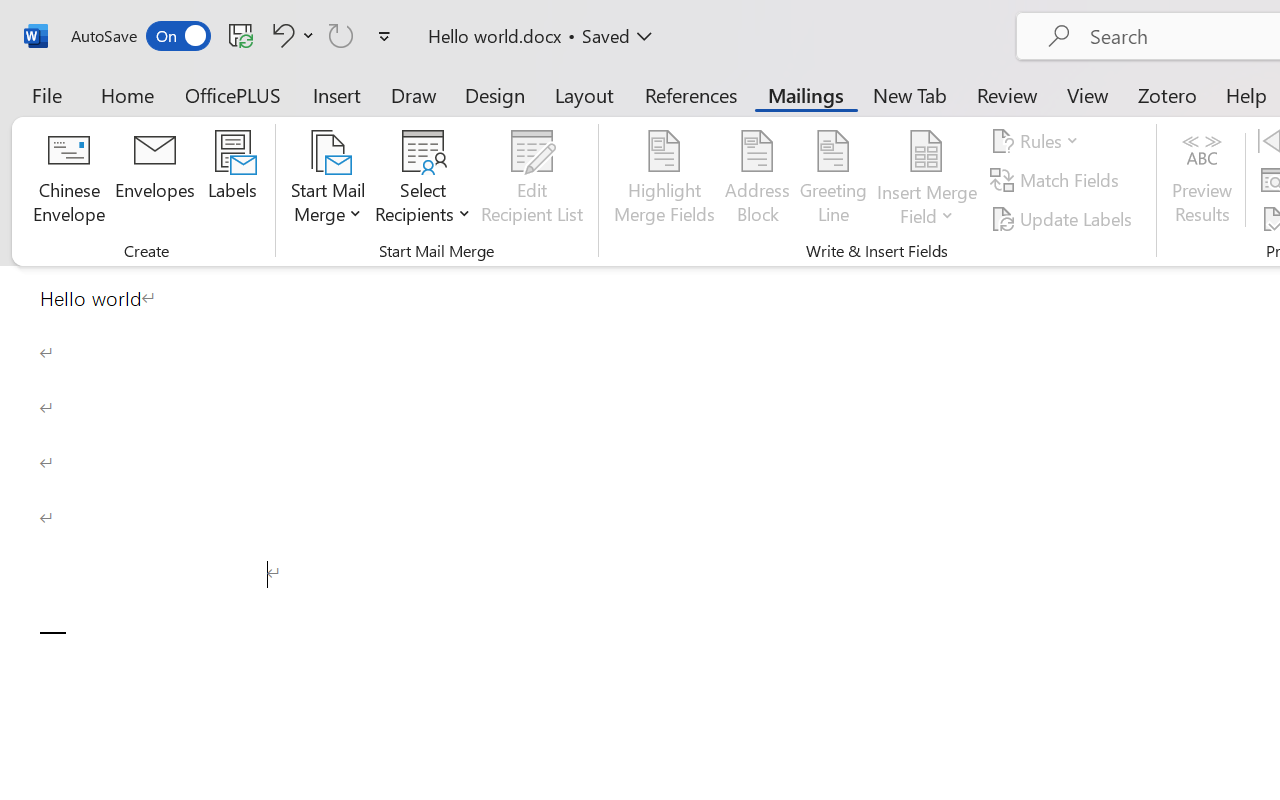  I want to click on 'References', so click(691, 94).